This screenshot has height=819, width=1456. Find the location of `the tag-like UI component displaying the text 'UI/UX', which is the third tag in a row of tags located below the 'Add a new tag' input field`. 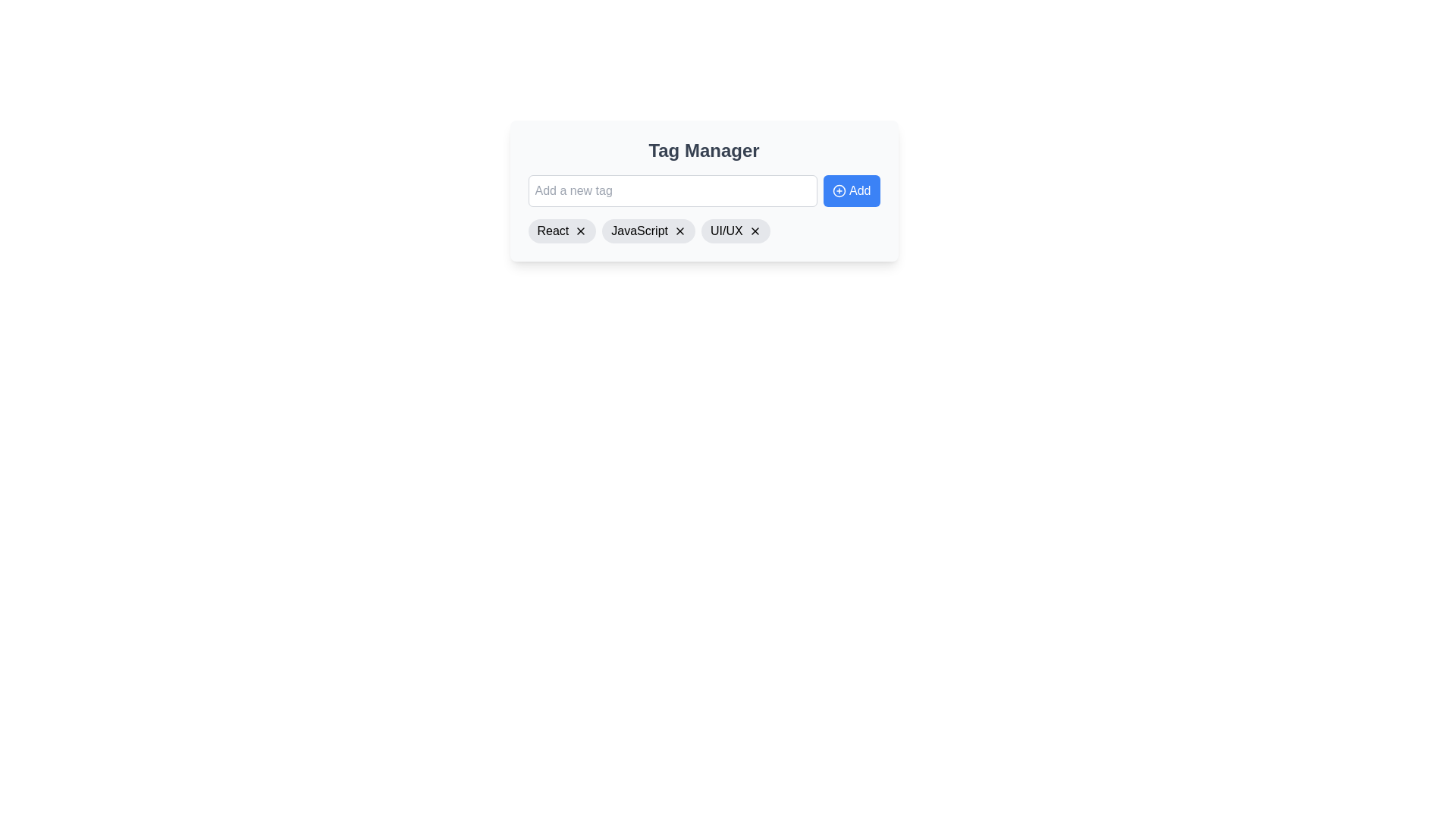

the tag-like UI component displaying the text 'UI/UX', which is the third tag in a row of tags located below the 'Add a new tag' input field is located at coordinates (726, 231).